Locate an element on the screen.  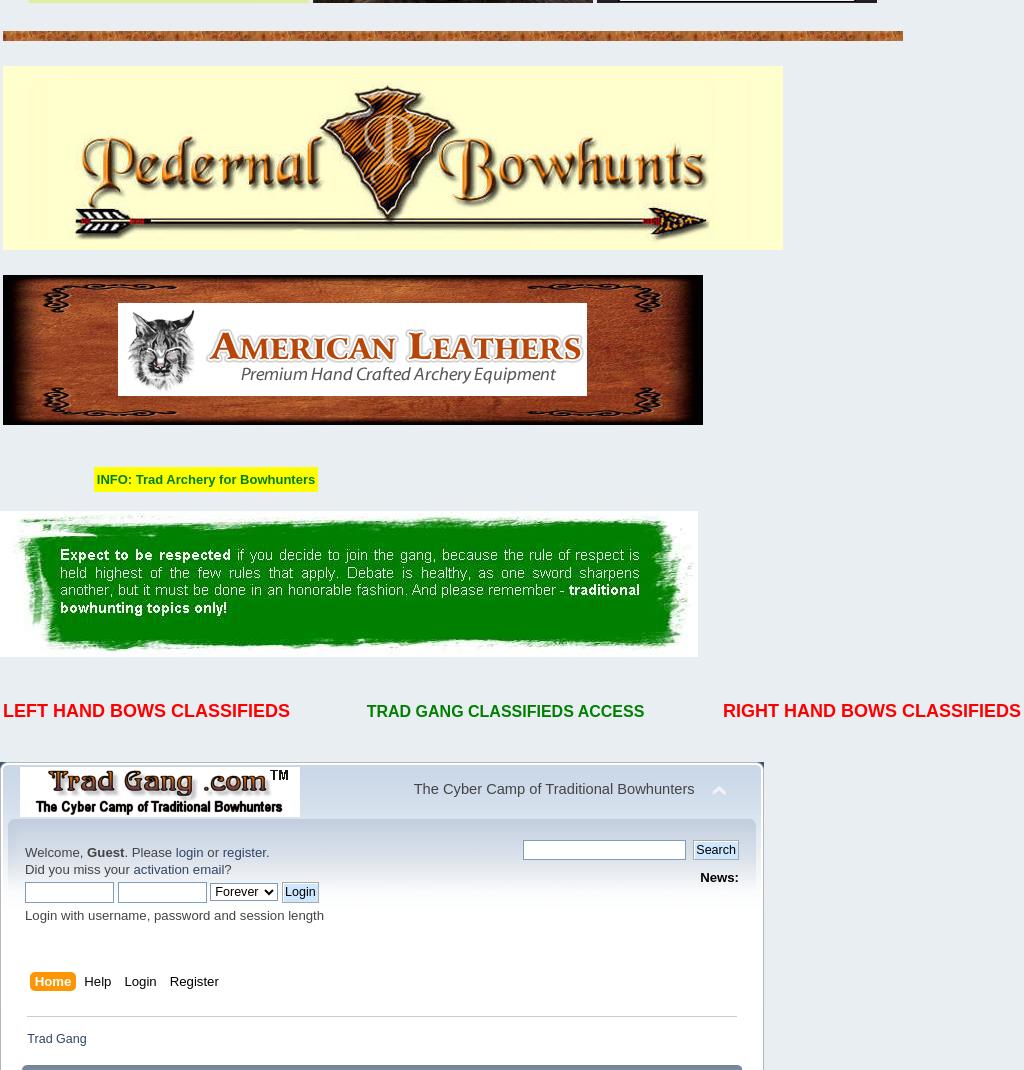
'LEFT HAND BOWS CLASSIFIEDS' is located at coordinates (145, 710).